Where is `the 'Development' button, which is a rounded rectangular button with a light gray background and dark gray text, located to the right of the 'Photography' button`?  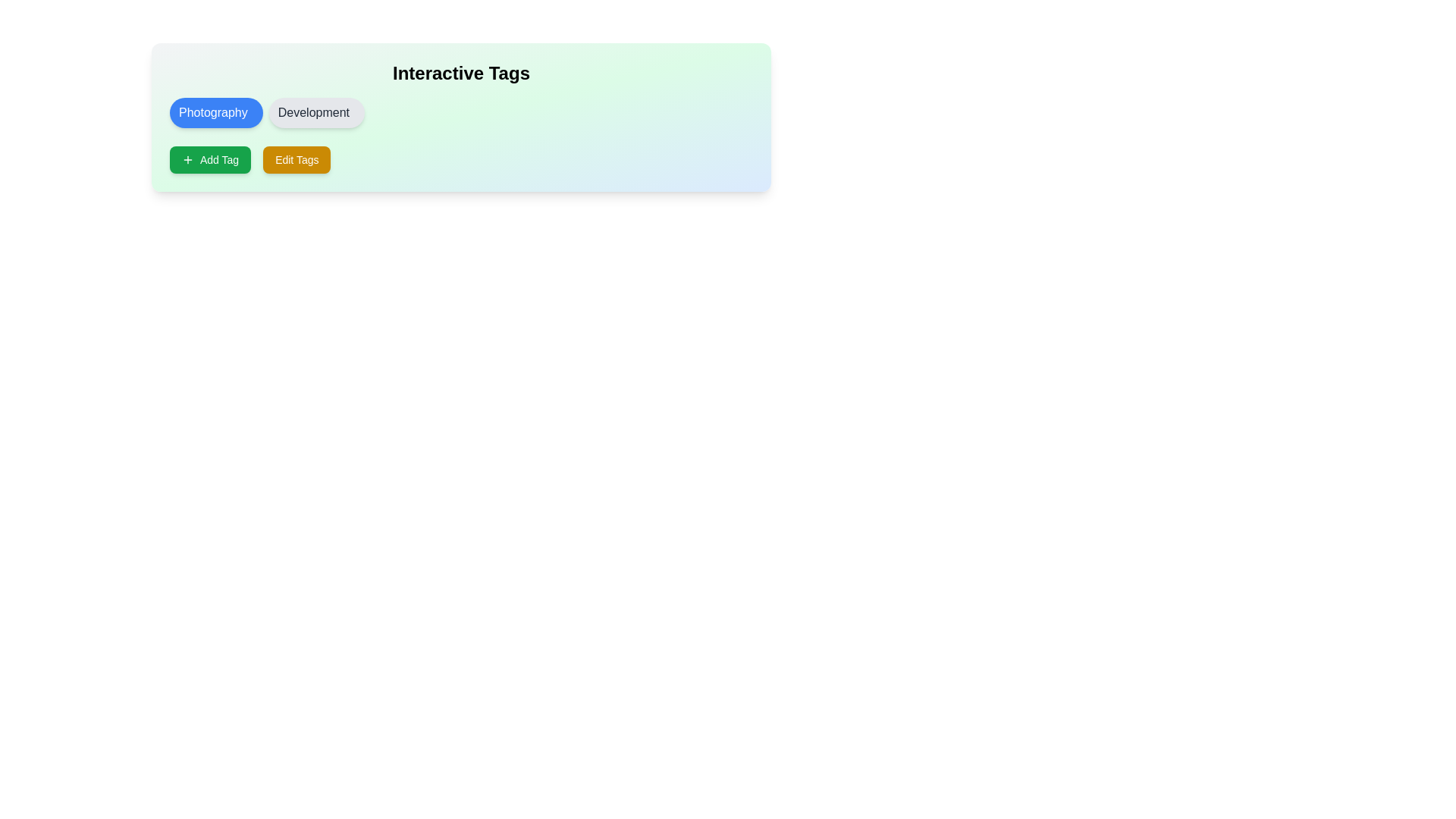 the 'Development' button, which is a rounded rectangular button with a light gray background and dark gray text, located to the right of the 'Photography' button is located at coordinates (315, 112).